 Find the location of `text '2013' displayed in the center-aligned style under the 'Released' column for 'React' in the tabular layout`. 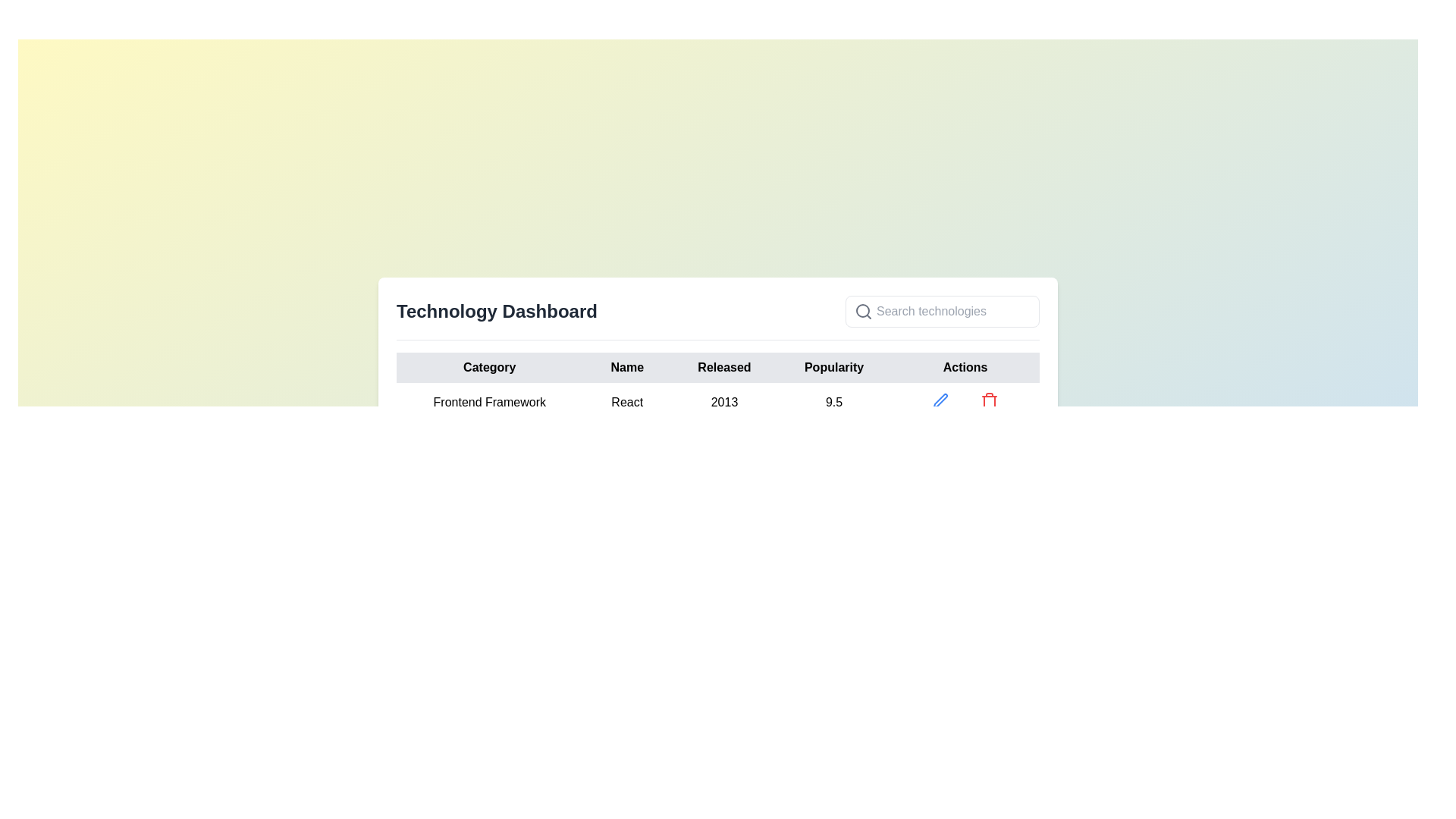

text '2013' displayed in the center-aligned style under the 'Released' column for 'React' in the tabular layout is located at coordinates (723, 401).